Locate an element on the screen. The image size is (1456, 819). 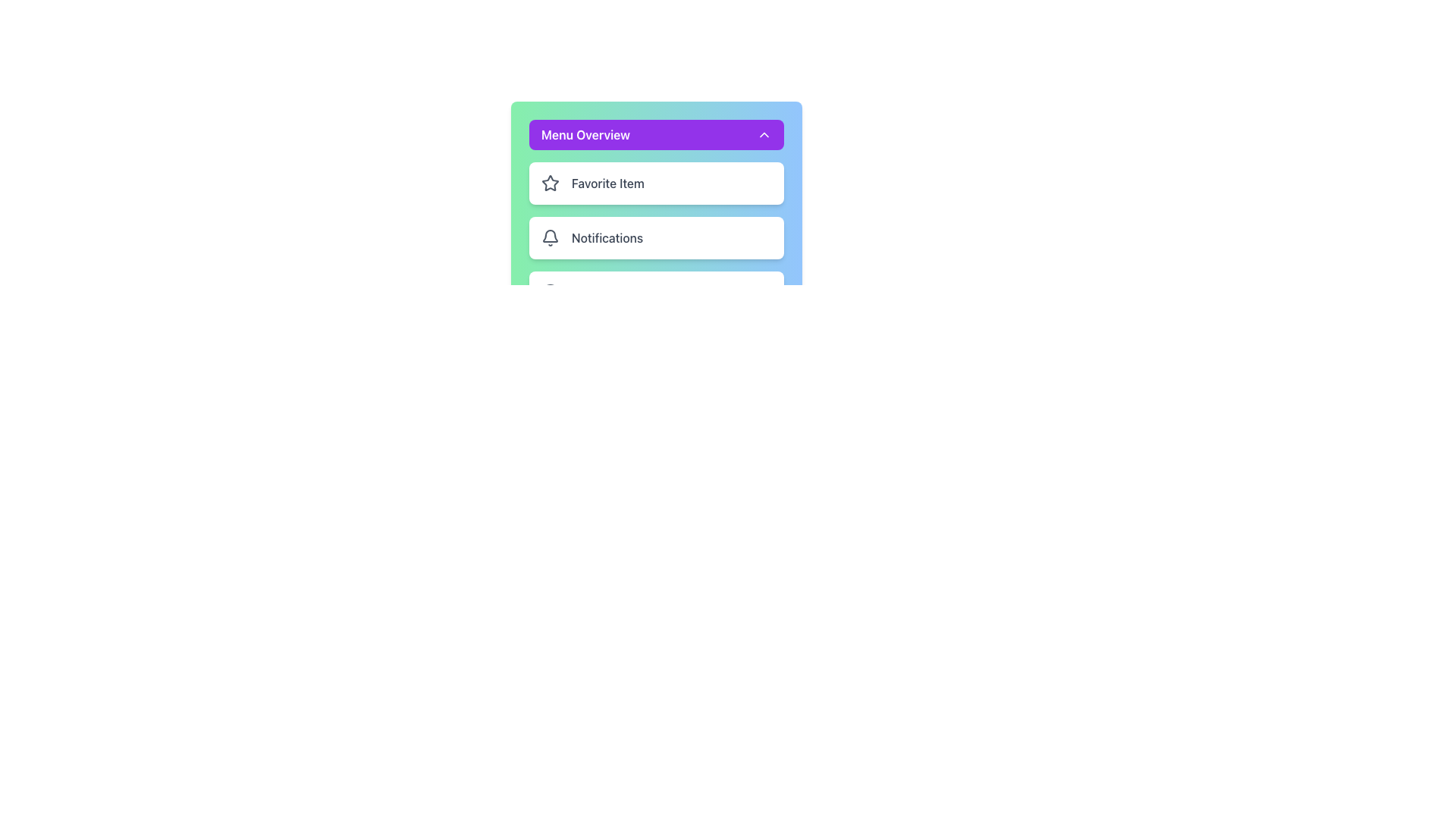
the 'Notifications' text label, which is displayed in gray within a rounded rectangular menu item, located to the right of a bell icon and below the 'Favorite Item' option is located at coordinates (607, 237).